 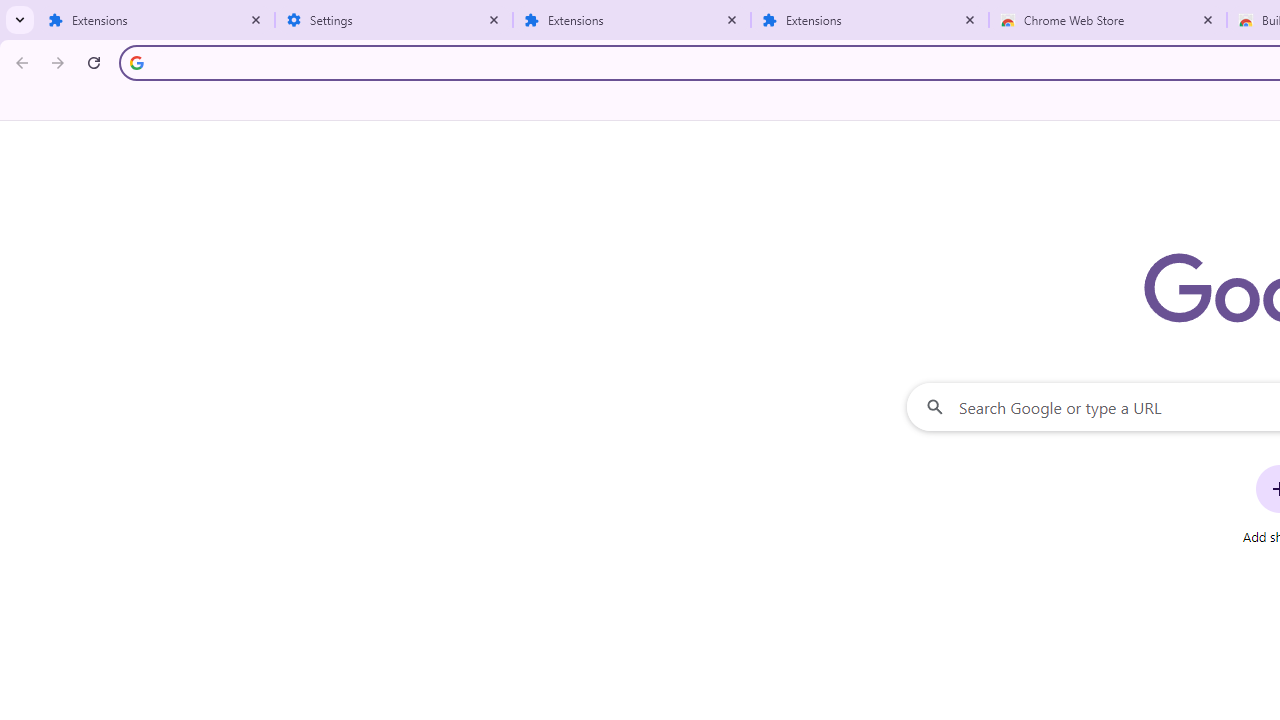 What do you see at coordinates (1107, 20) in the screenshot?
I see `'Chrome Web Store'` at bounding box center [1107, 20].